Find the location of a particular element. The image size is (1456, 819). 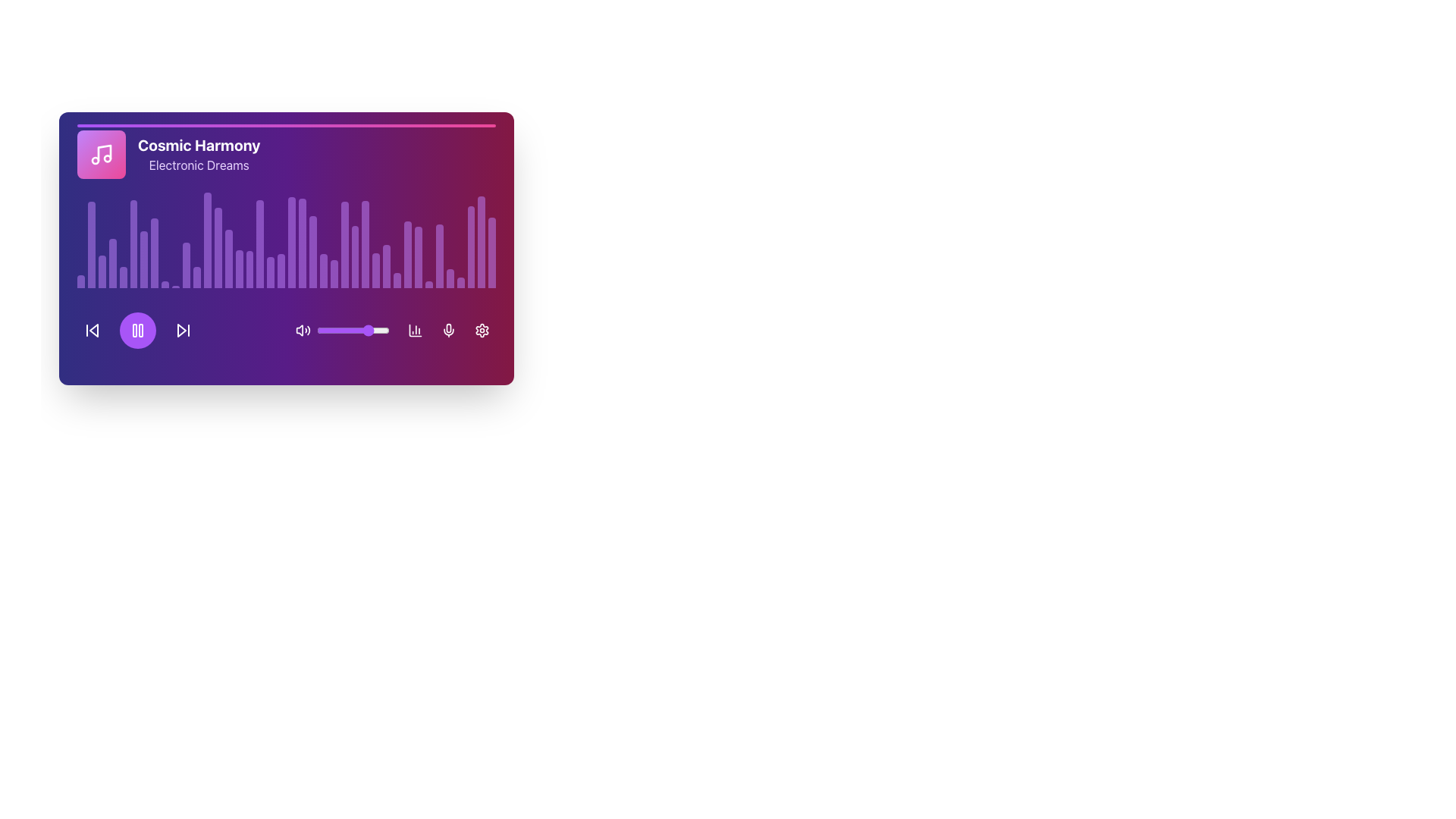

the fifth vertical purple bar with a rounded top in the audio equalizer display of the music player interface is located at coordinates (123, 278).